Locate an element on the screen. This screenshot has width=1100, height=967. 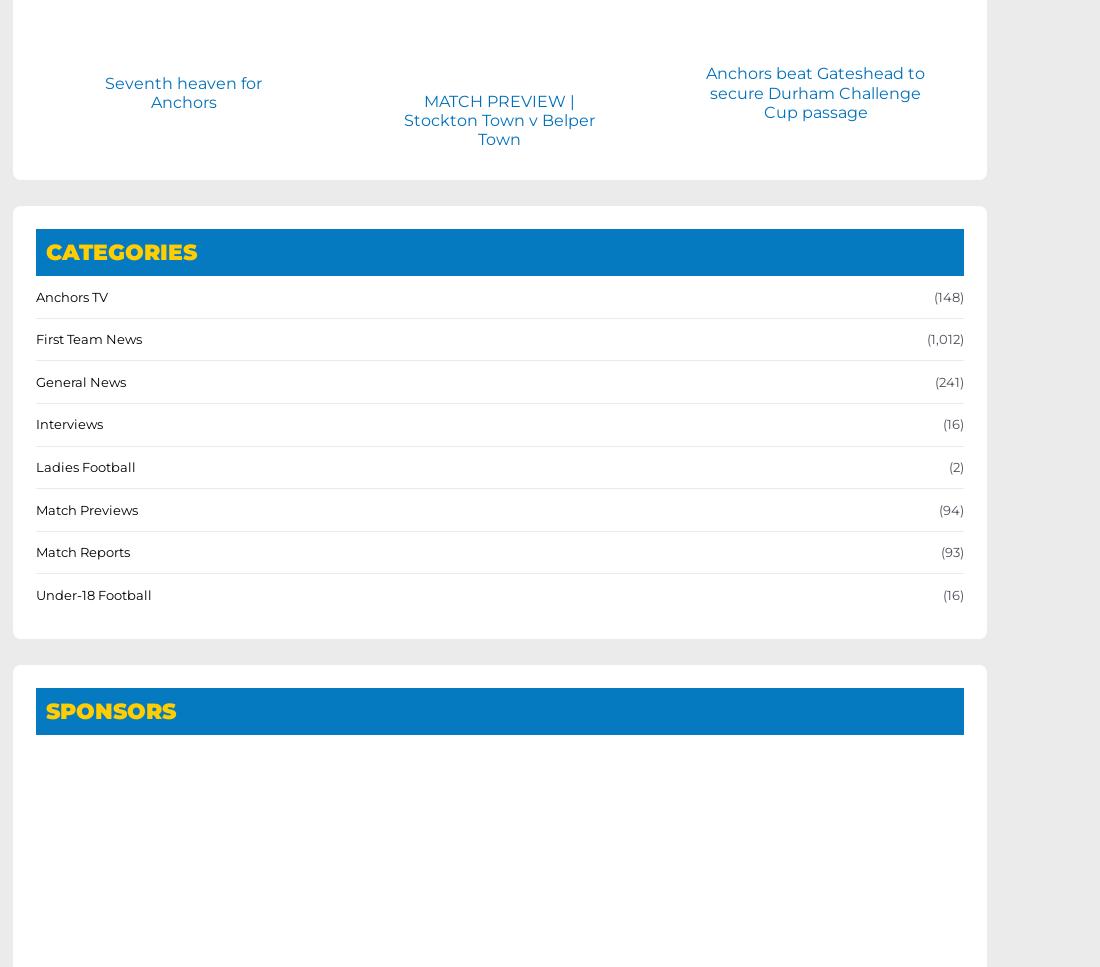
'Seventh heaven for Anchors' is located at coordinates (182, 93).